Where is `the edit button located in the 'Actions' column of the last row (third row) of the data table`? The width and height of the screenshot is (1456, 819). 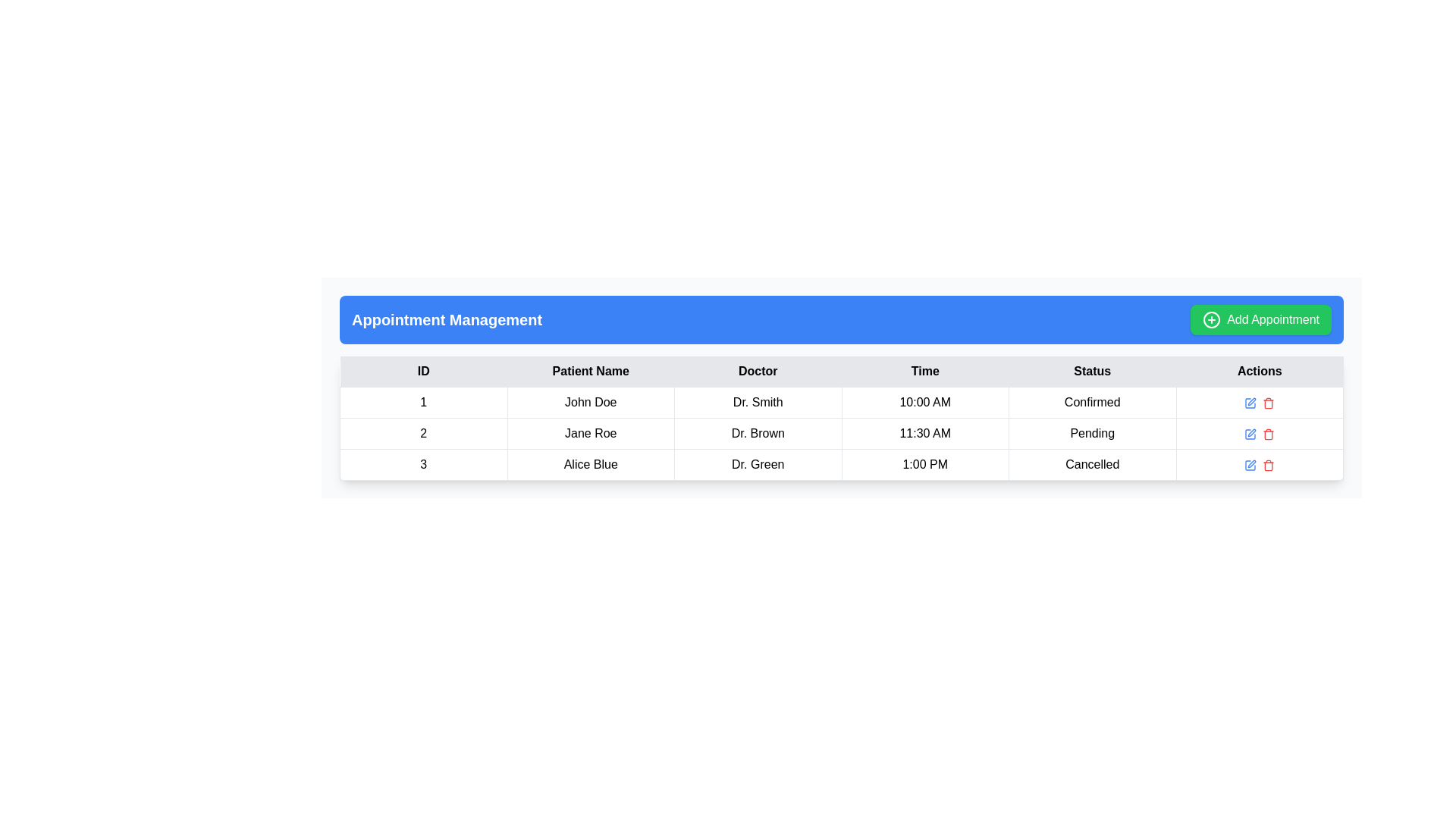
the edit button located in the 'Actions' column of the last row (third row) of the data table is located at coordinates (1250, 464).